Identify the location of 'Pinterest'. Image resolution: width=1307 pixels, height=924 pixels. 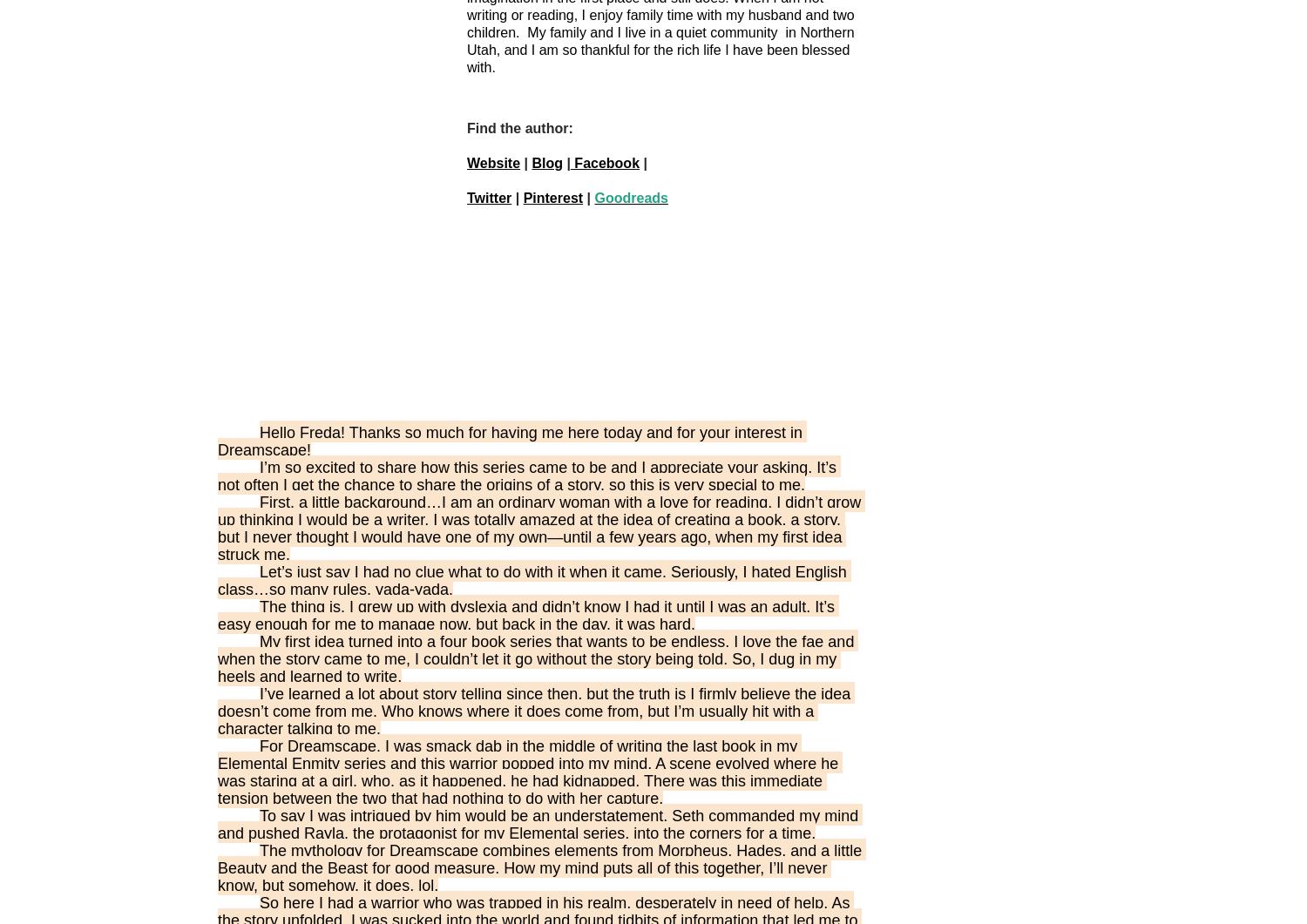
(522, 197).